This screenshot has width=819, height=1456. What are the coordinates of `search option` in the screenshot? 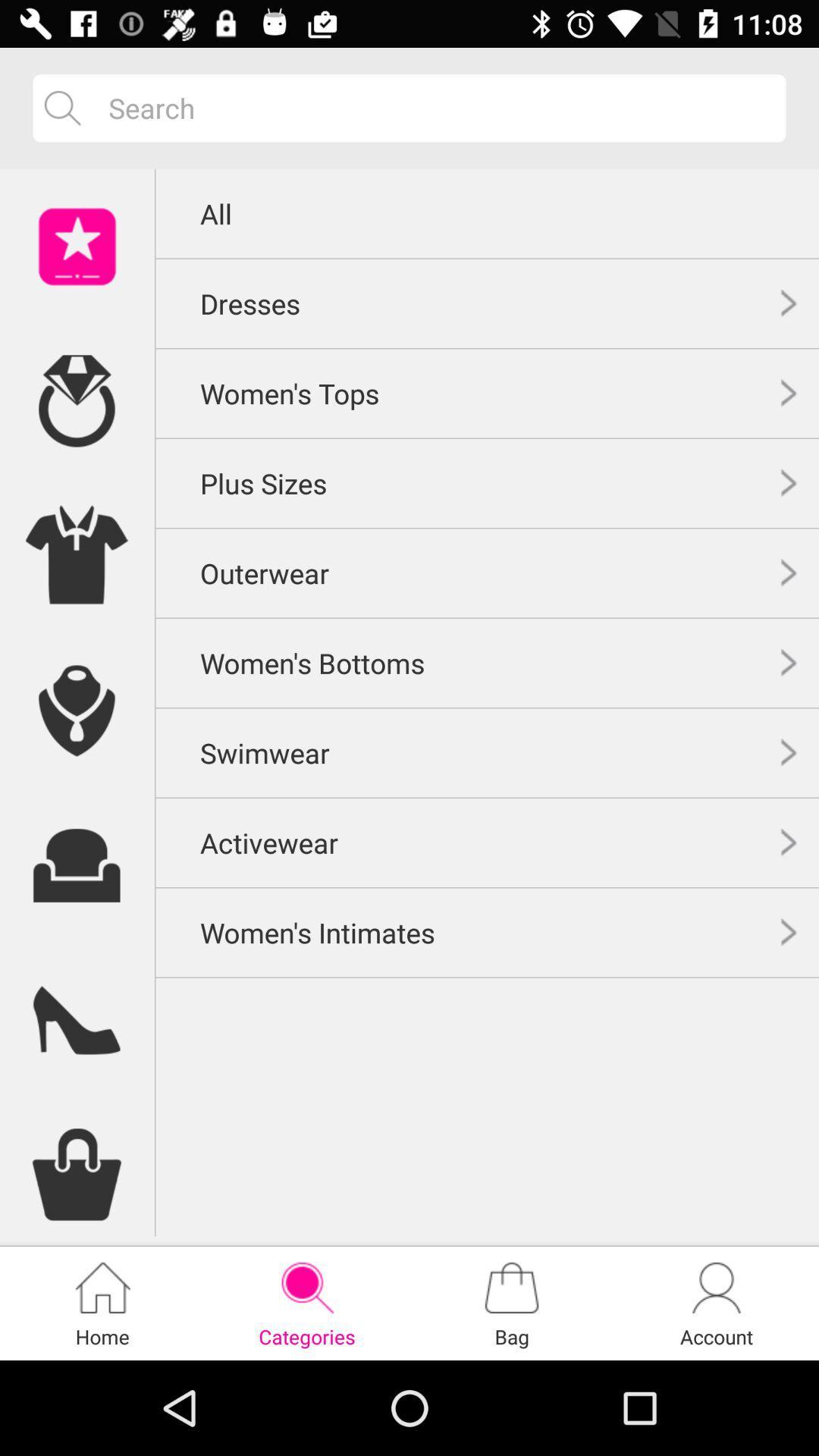 It's located at (435, 107).